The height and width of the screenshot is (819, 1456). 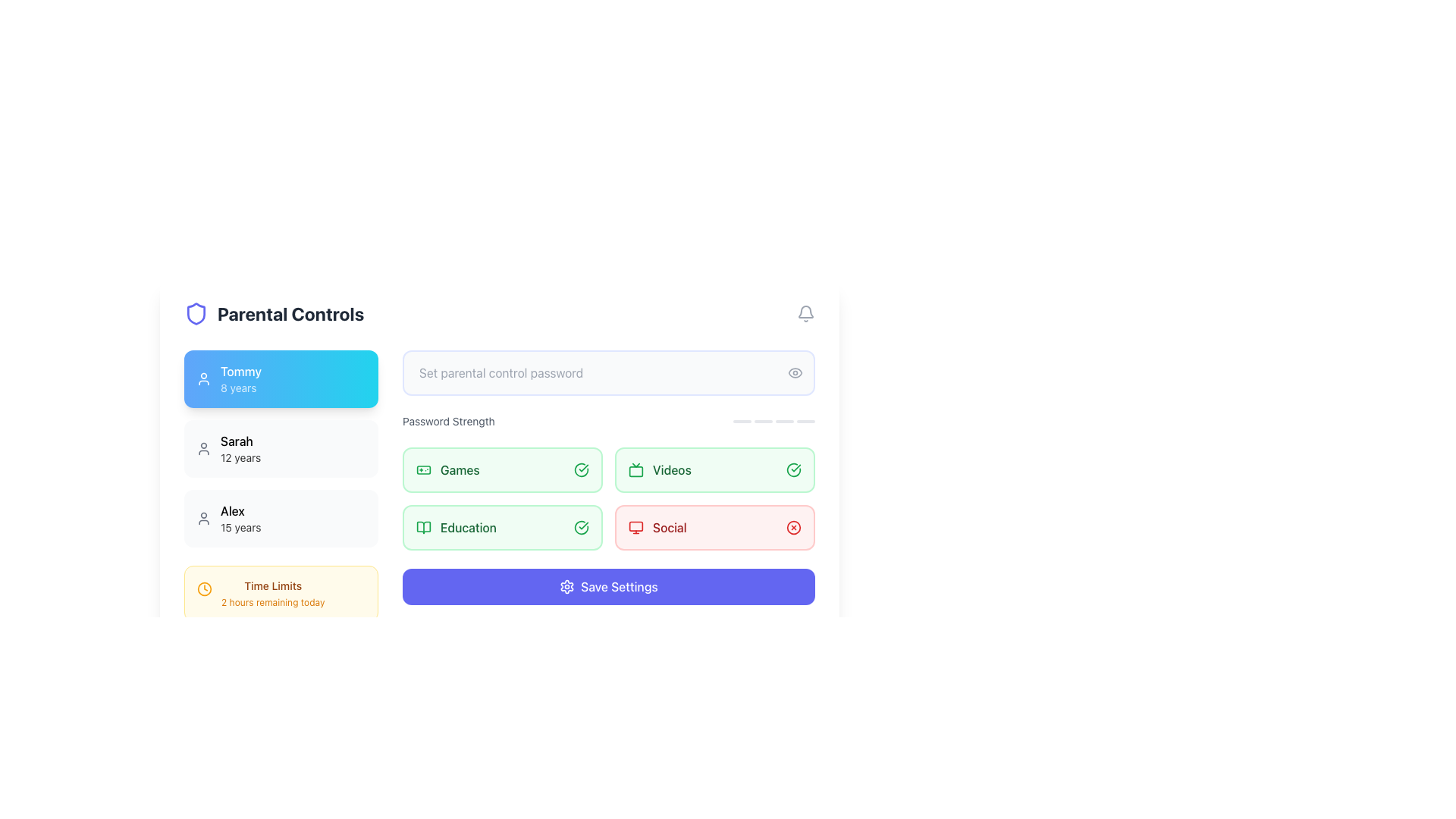 What do you see at coordinates (792, 469) in the screenshot?
I see `the positive state icon located in the 'Videos' section to interact or view details` at bounding box center [792, 469].